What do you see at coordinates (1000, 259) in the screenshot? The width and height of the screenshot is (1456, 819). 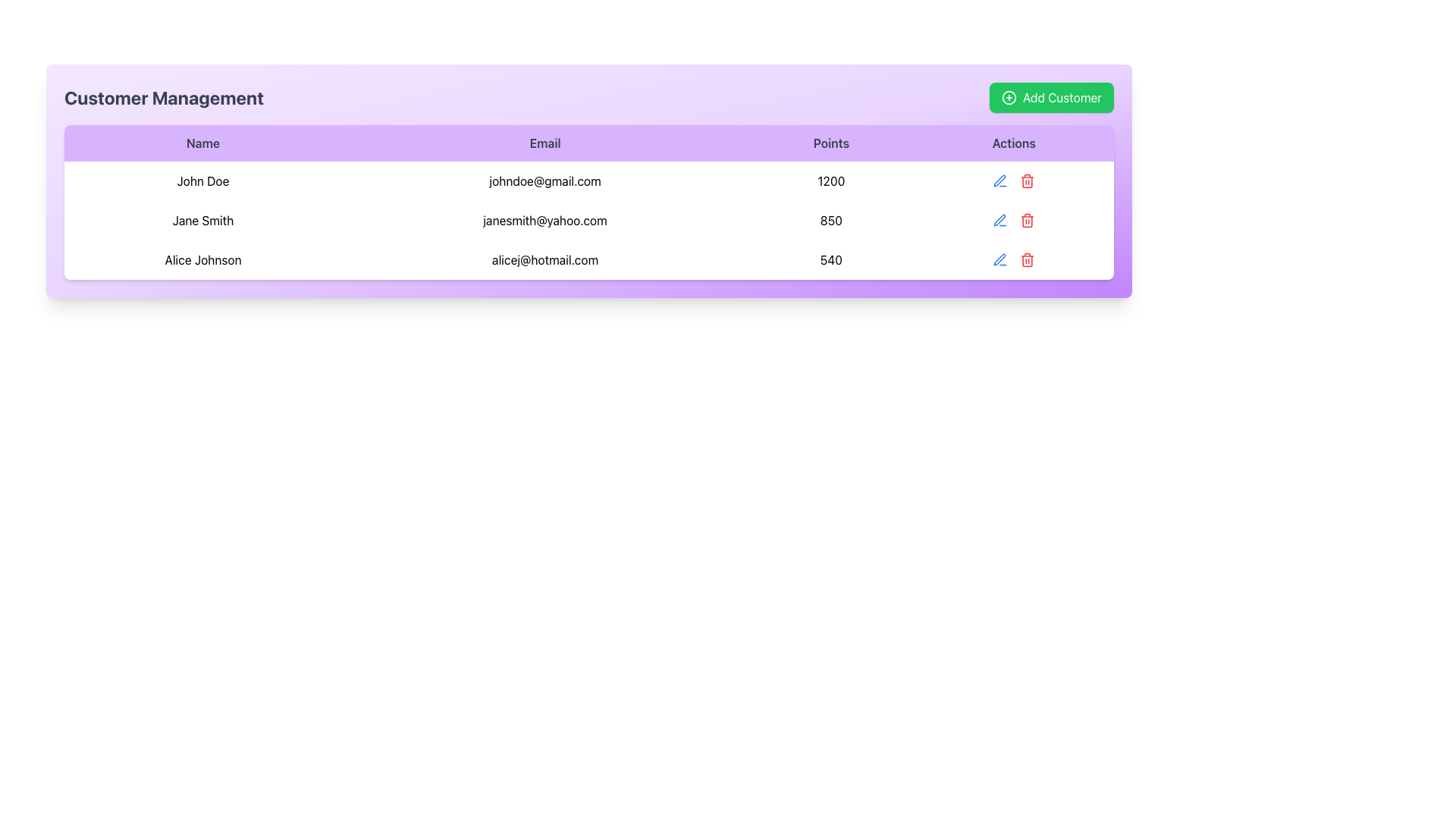 I see `the pen icon button under the 'Actions' column in the third row of the table for Alice Johnson to initiate an edit action` at bounding box center [1000, 259].